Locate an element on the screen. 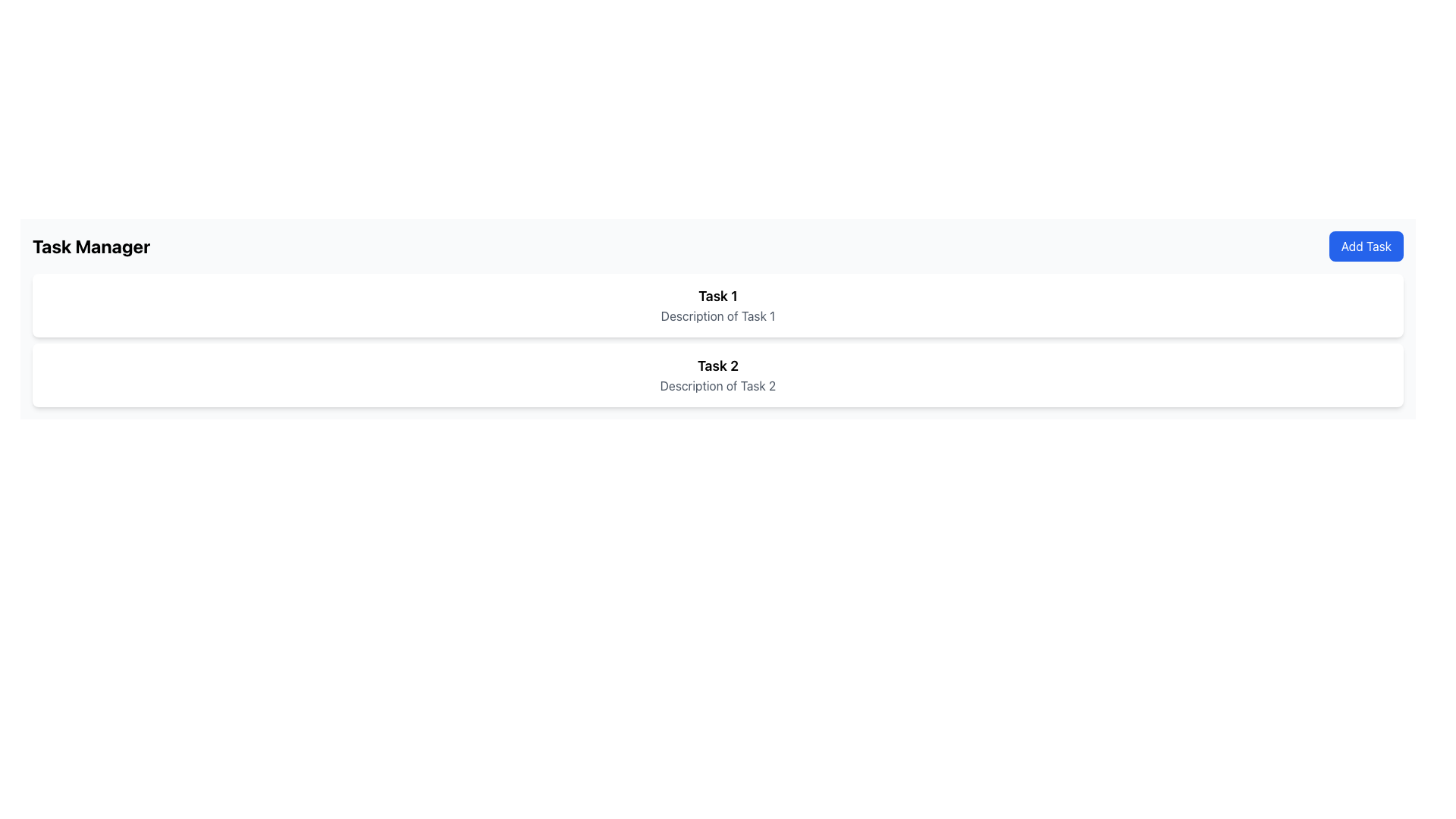 Image resolution: width=1456 pixels, height=819 pixels. descriptive text label for 'Task 1' located directly below the 'Task 1' header in the first task card of the task list is located at coordinates (717, 315).